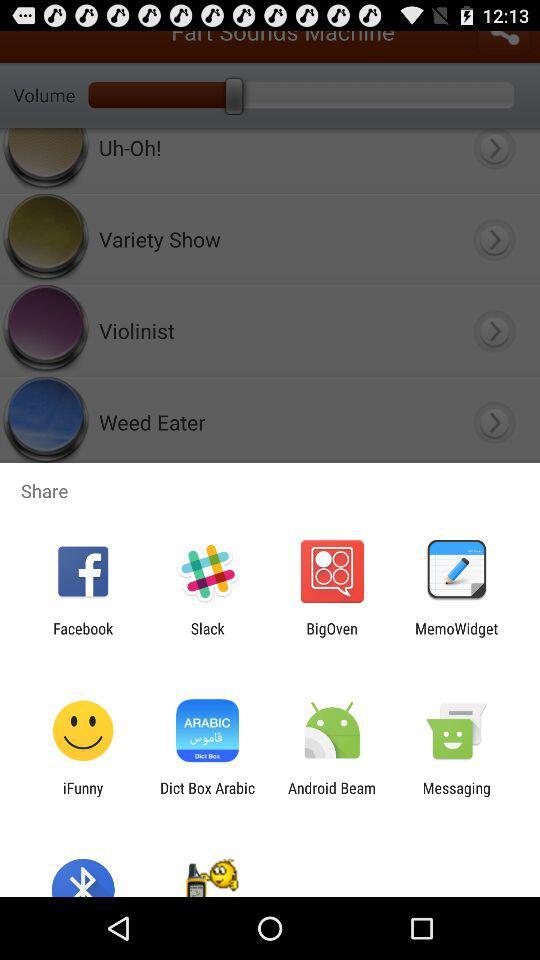 Image resolution: width=540 pixels, height=960 pixels. I want to click on icon to the right of ifunny app, so click(206, 796).